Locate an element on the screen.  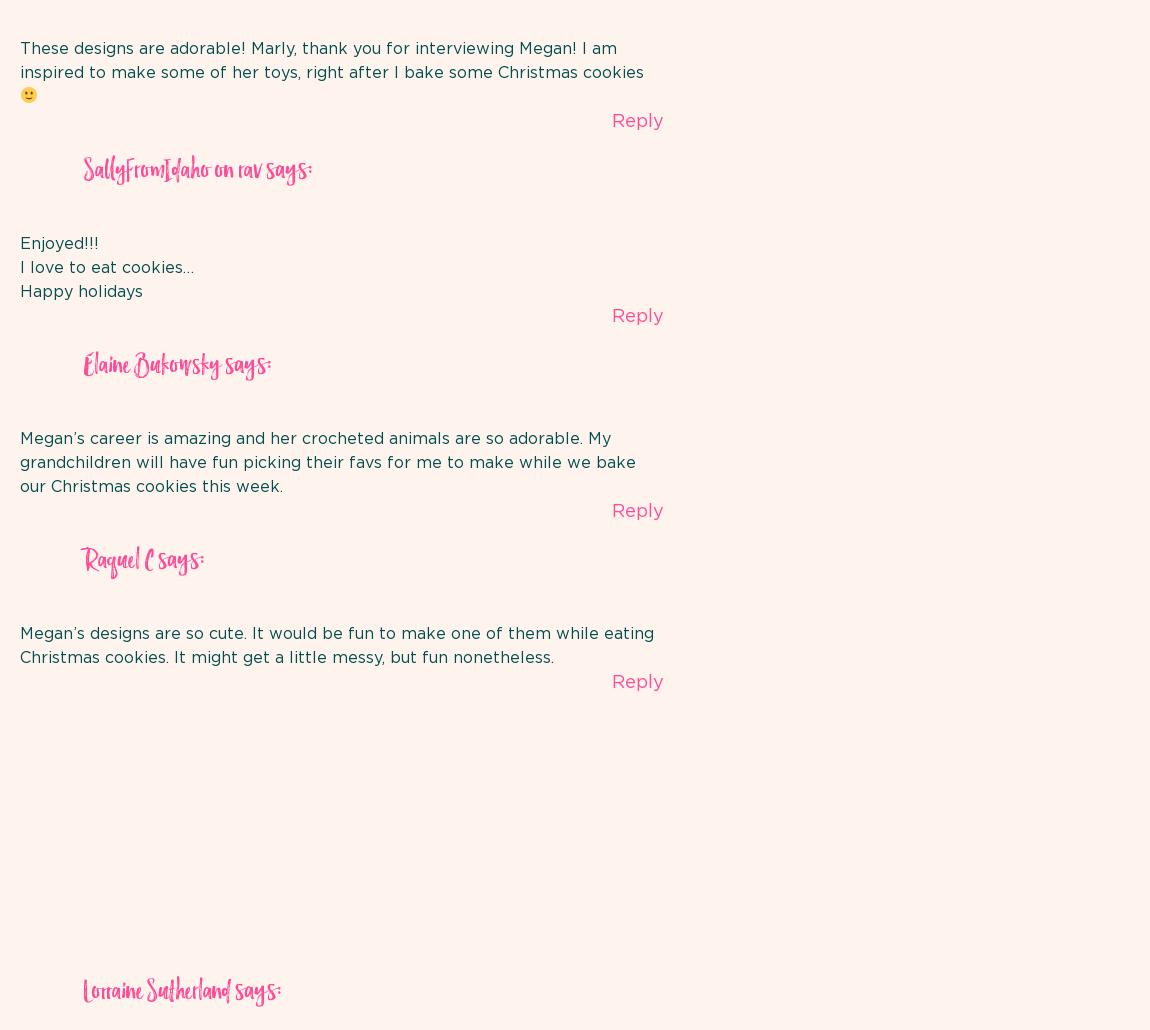
'Megan’s designs are so cute. It would be fun to make one of them while eating Christmas cookies. It might get a little messy, but fun nonetheless.' is located at coordinates (336, 643).